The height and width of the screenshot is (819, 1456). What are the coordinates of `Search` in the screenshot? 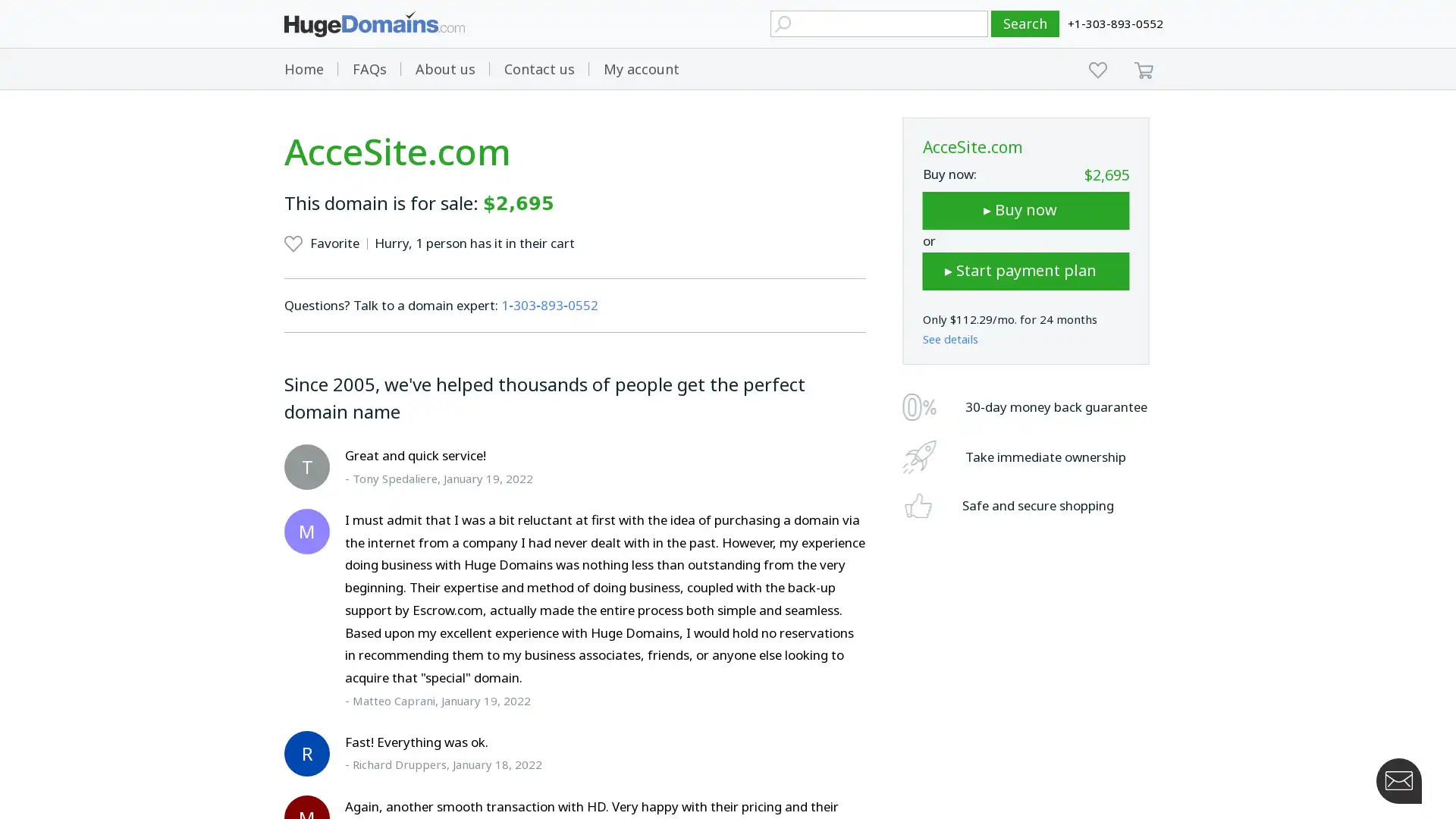 It's located at (1025, 24).